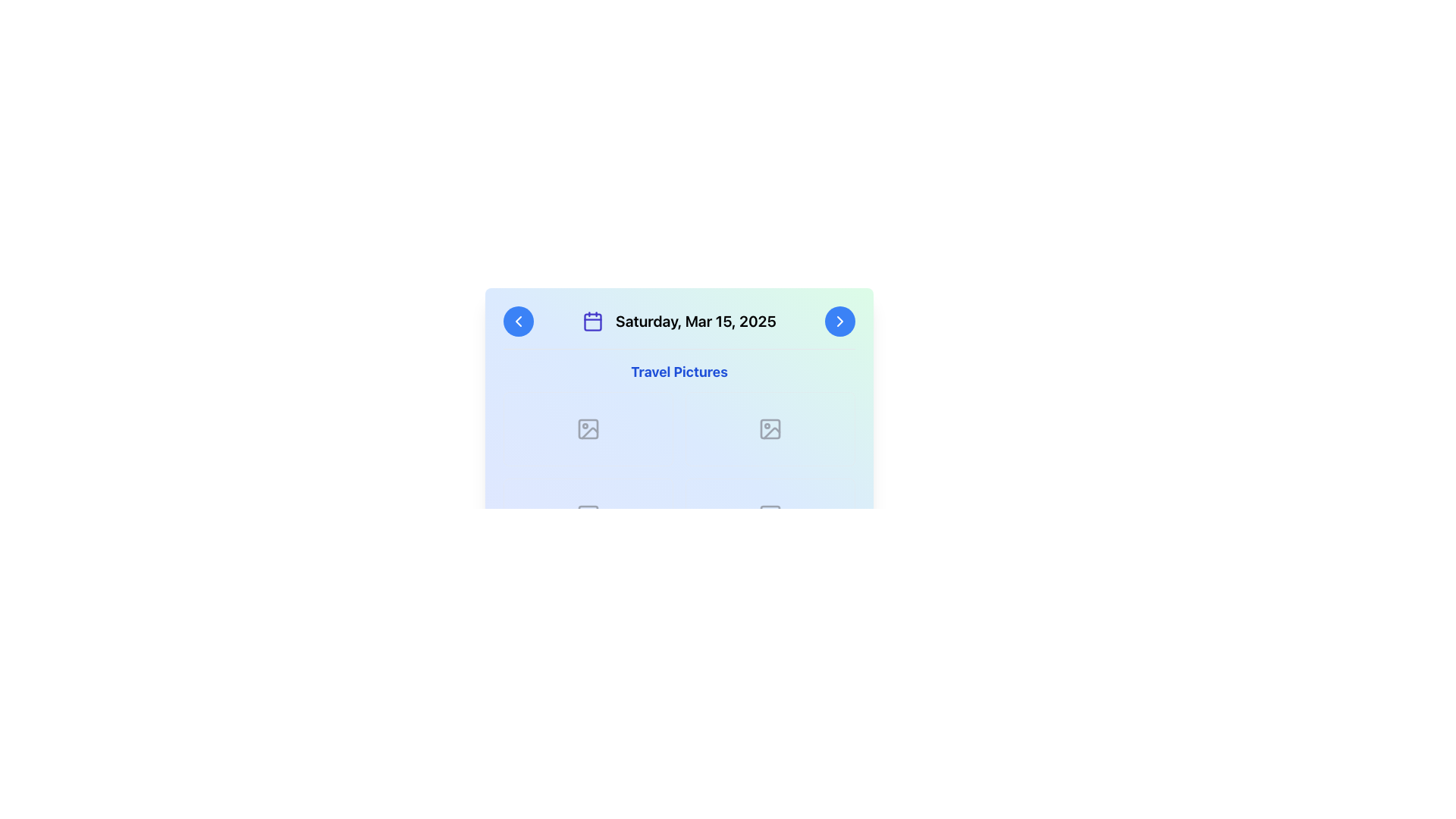 This screenshot has width=1456, height=819. Describe the element at coordinates (839, 321) in the screenshot. I see `the rightward chevron icon inside a circular button located at the right end of the top interface bar` at that location.